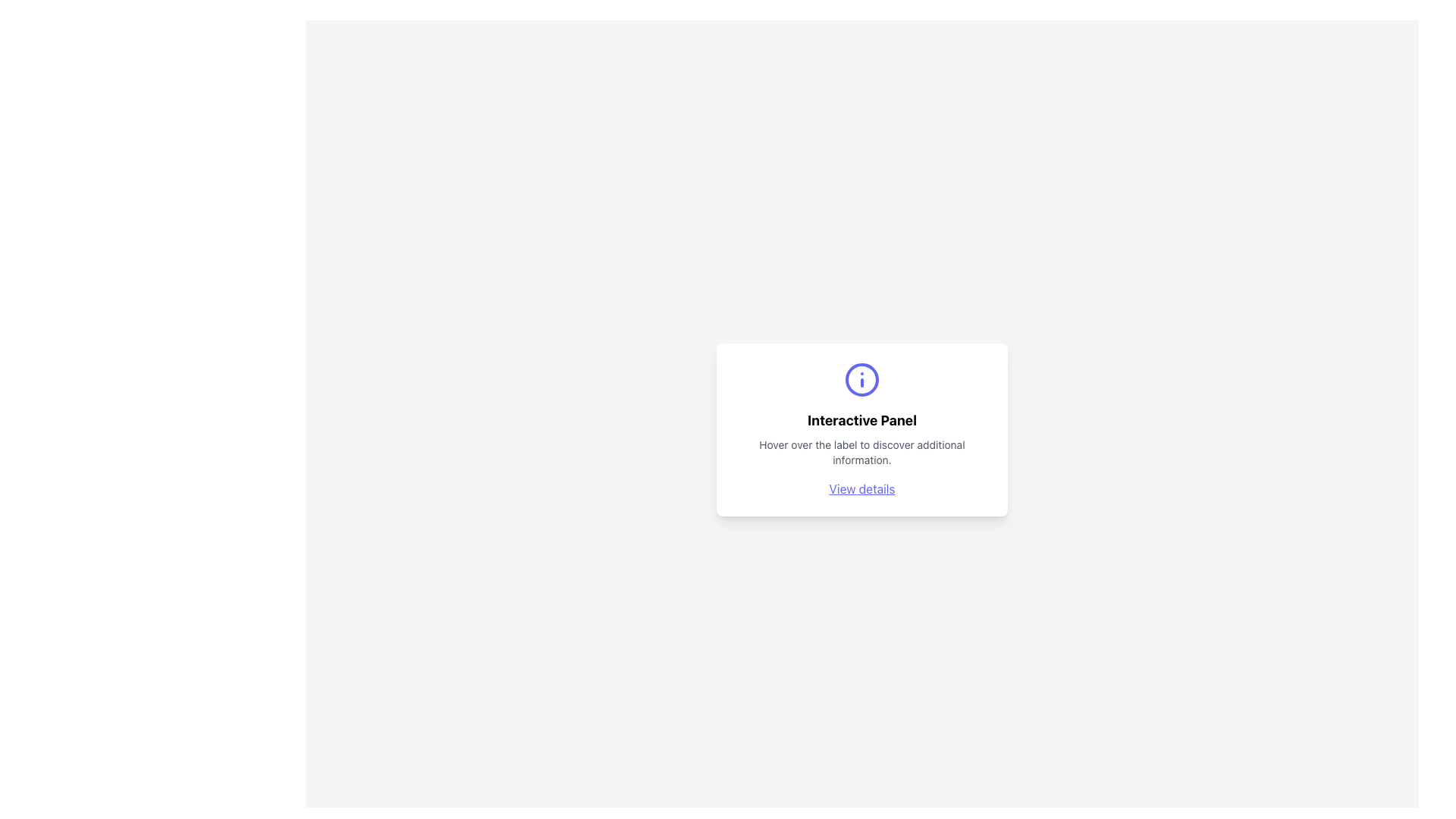 The image size is (1456, 819). I want to click on the 'View details' hyperlink, which is styled with indigo text and underlined format, located in the interactive panel under the heading 'Interactive Panel', so click(862, 488).